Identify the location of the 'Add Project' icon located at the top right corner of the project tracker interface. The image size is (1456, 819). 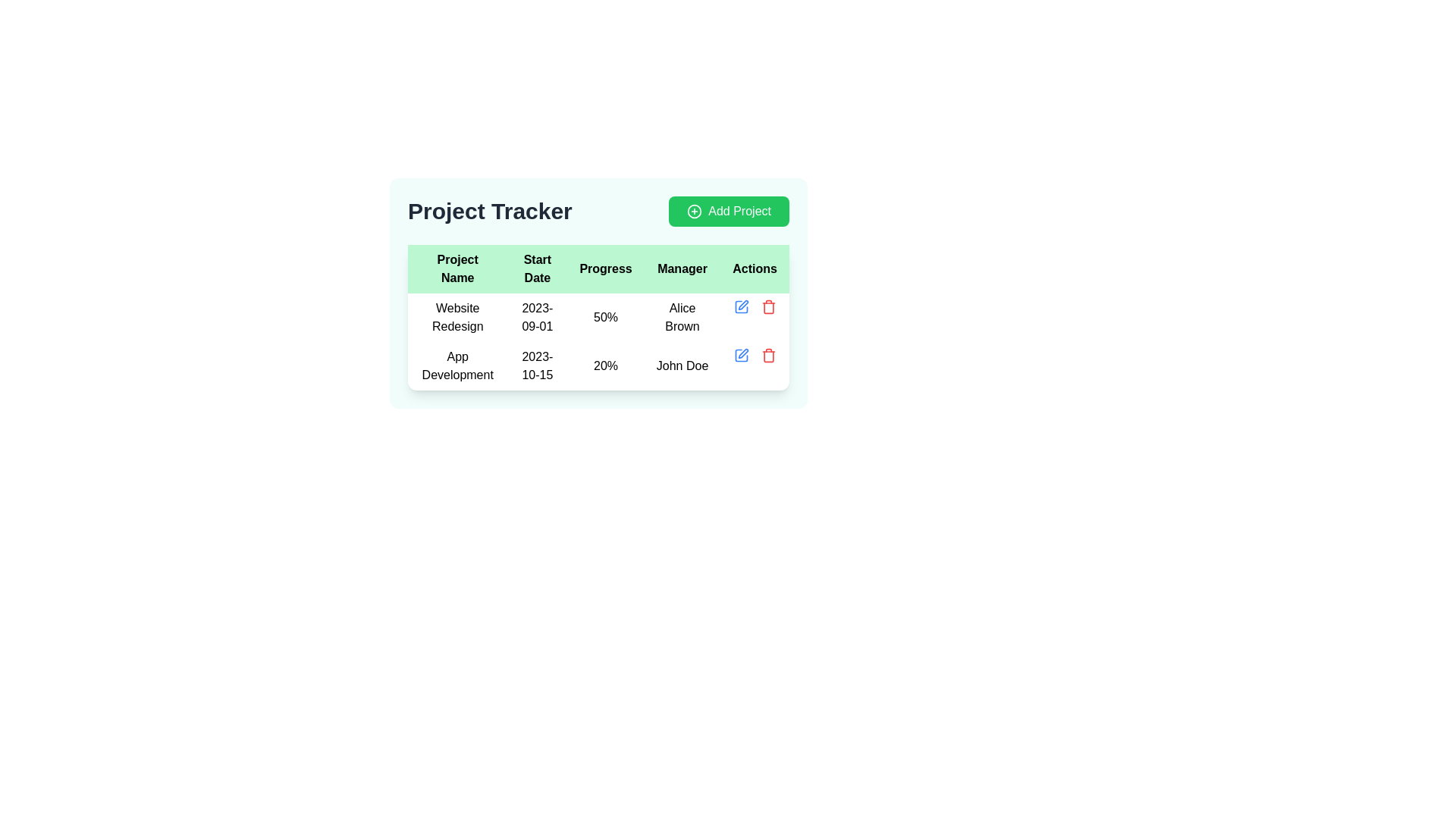
(694, 211).